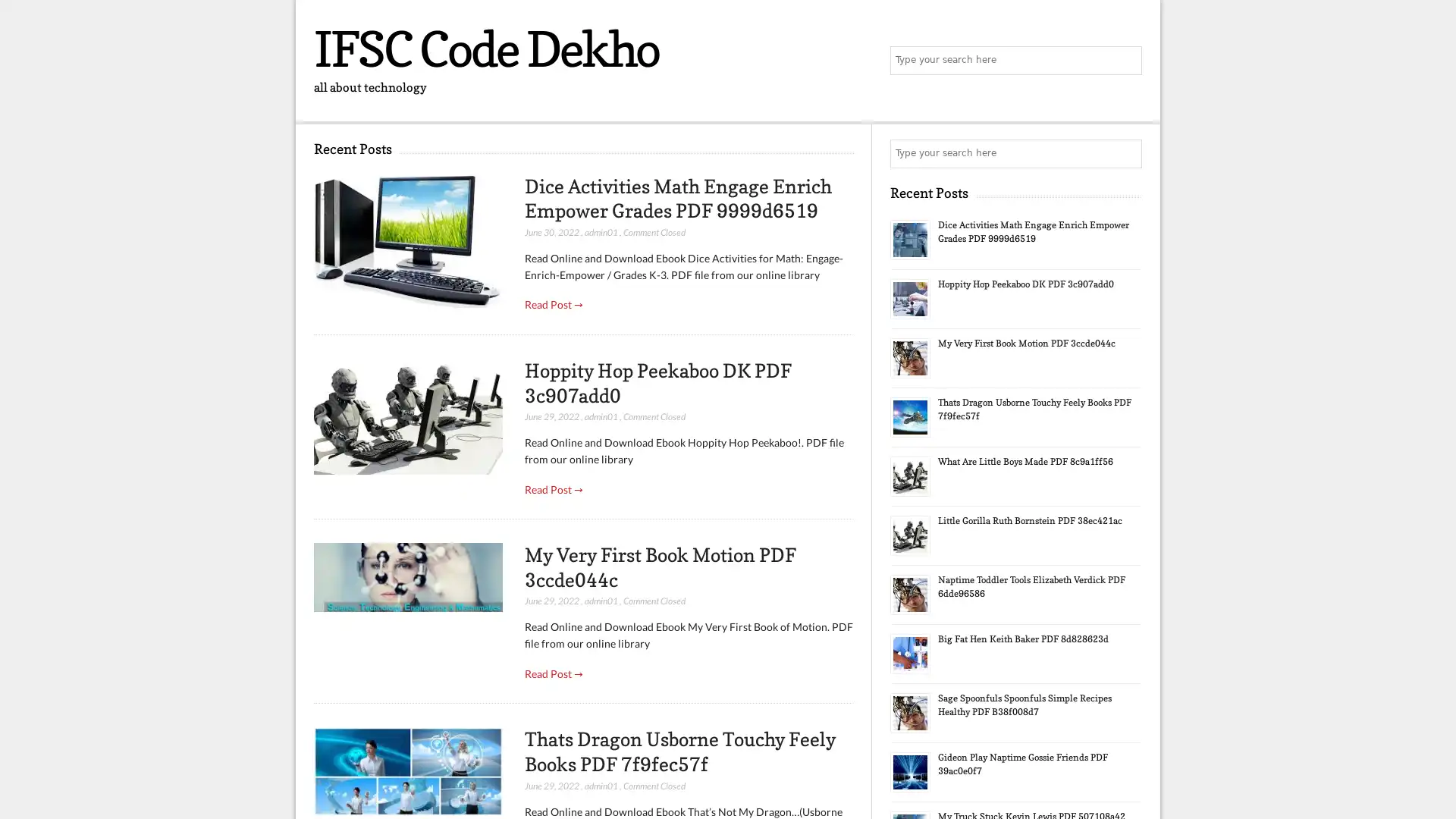 The image size is (1456, 819). What do you see at coordinates (1126, 155) in the screenshot?
I see `Search` at bounding box center [1126, 155].